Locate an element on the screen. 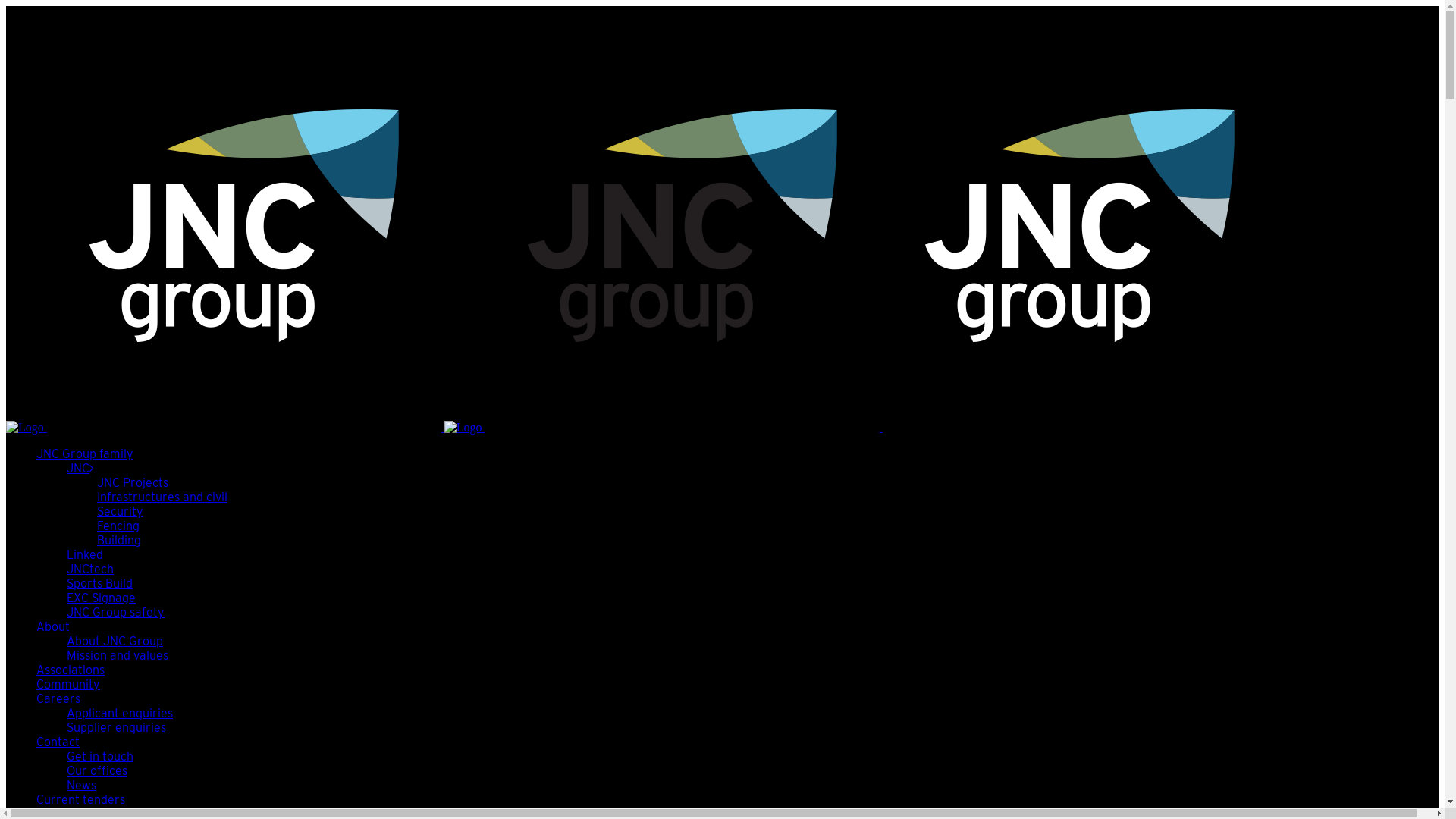 The height and width of the screenshot is (819, 1456). 'Current tenders' is located at coordinates (80, 799).